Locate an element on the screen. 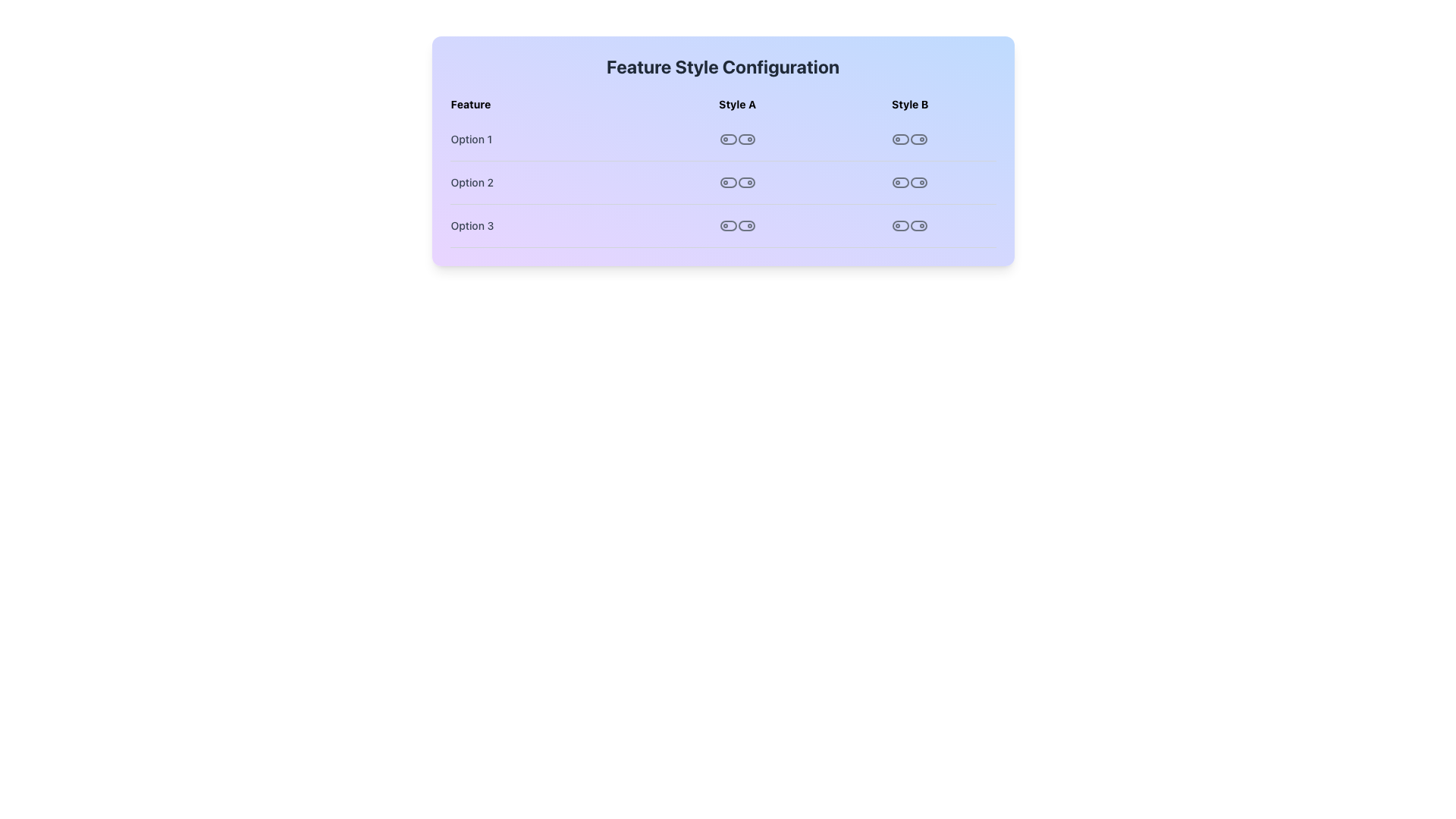 This screenshot has width=1456, height=819. the toggle switch located in the 'Style B' column for 'Option 1' to change its state is located at coordinates (910, 140).